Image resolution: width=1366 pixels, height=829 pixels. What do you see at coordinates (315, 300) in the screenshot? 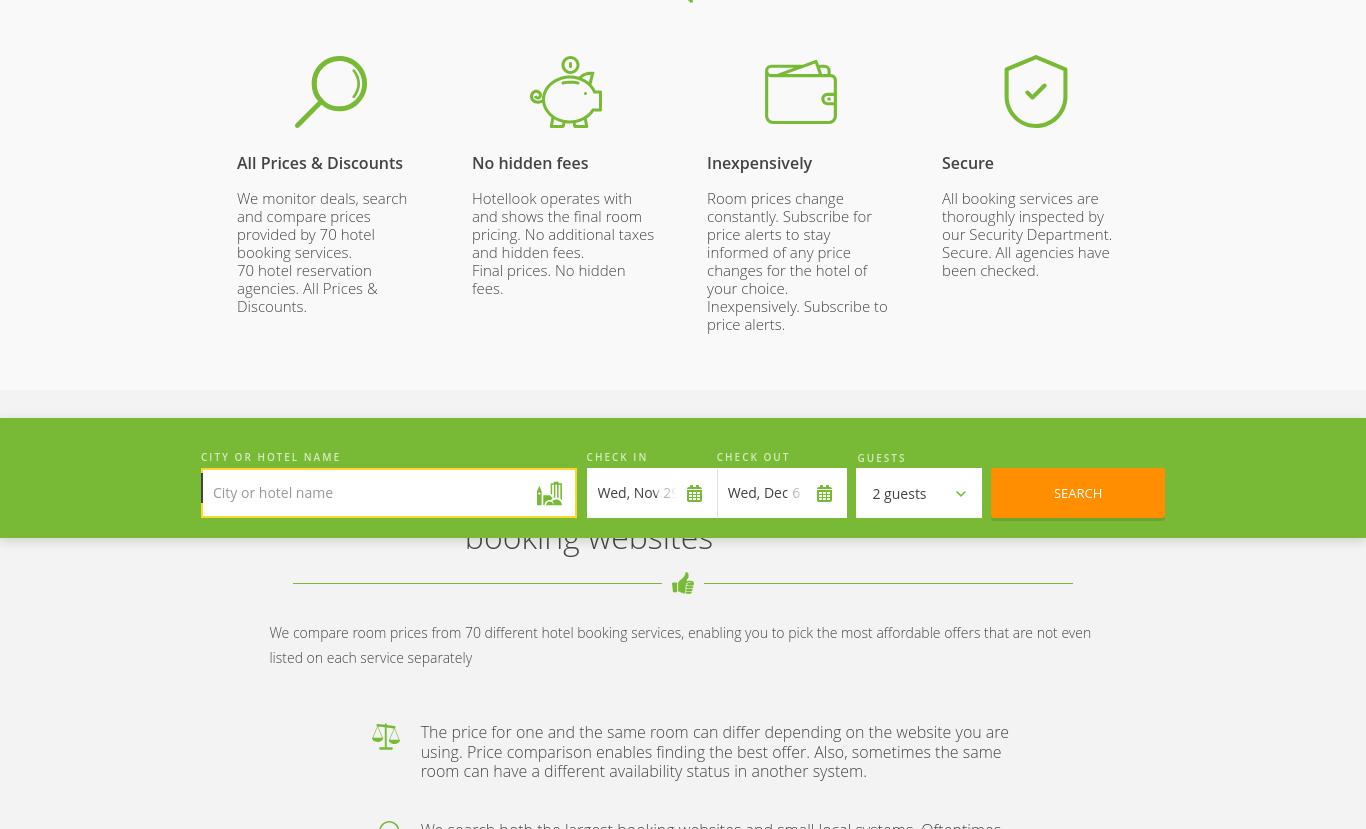
I see `'Hotellook – hotel price comparison engine. Find a discount and save up to 60%!'` at bounding box center [315, 300].